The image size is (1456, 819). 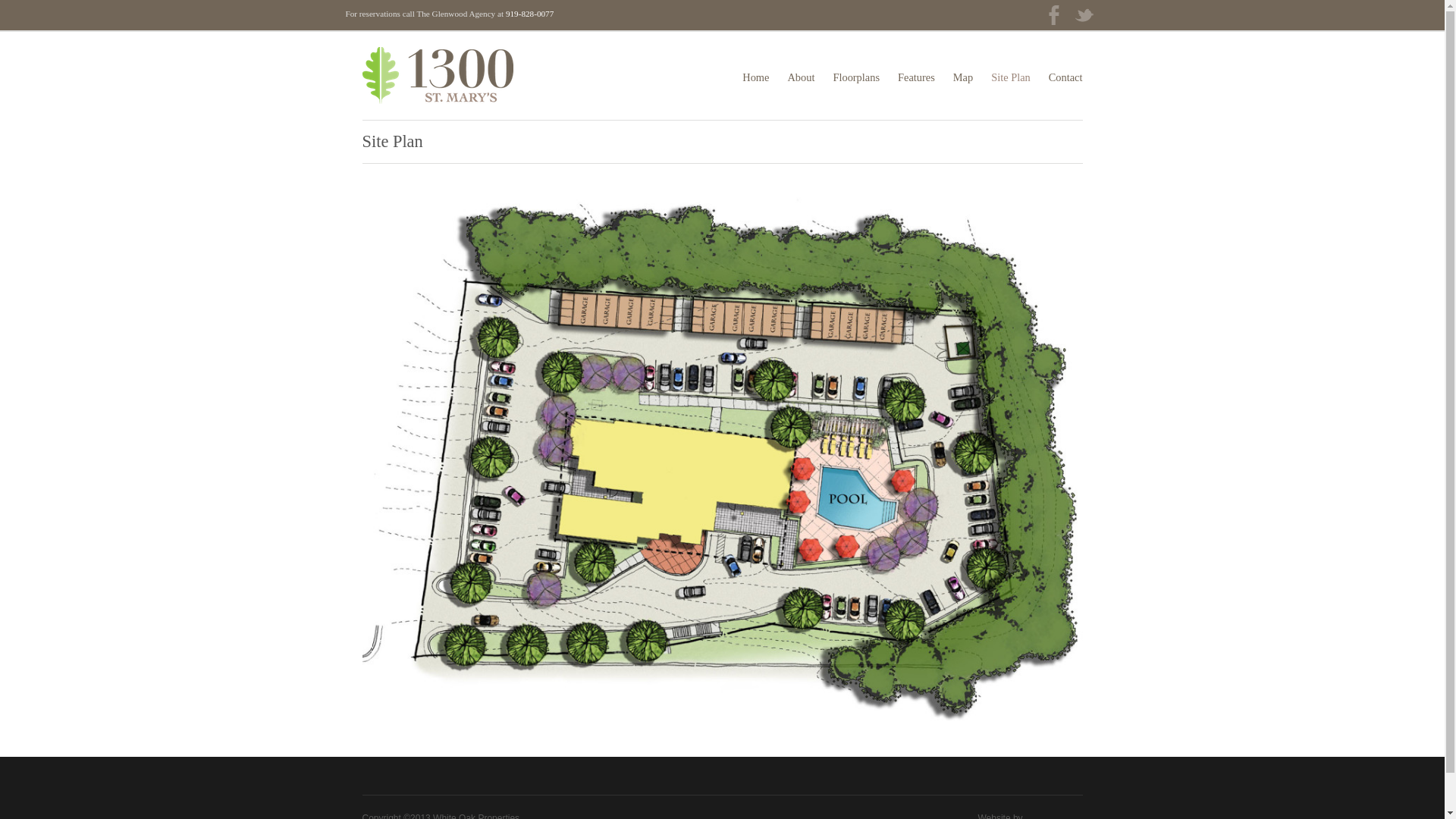 I want to click on 'Home', so click(x=755, y=77).